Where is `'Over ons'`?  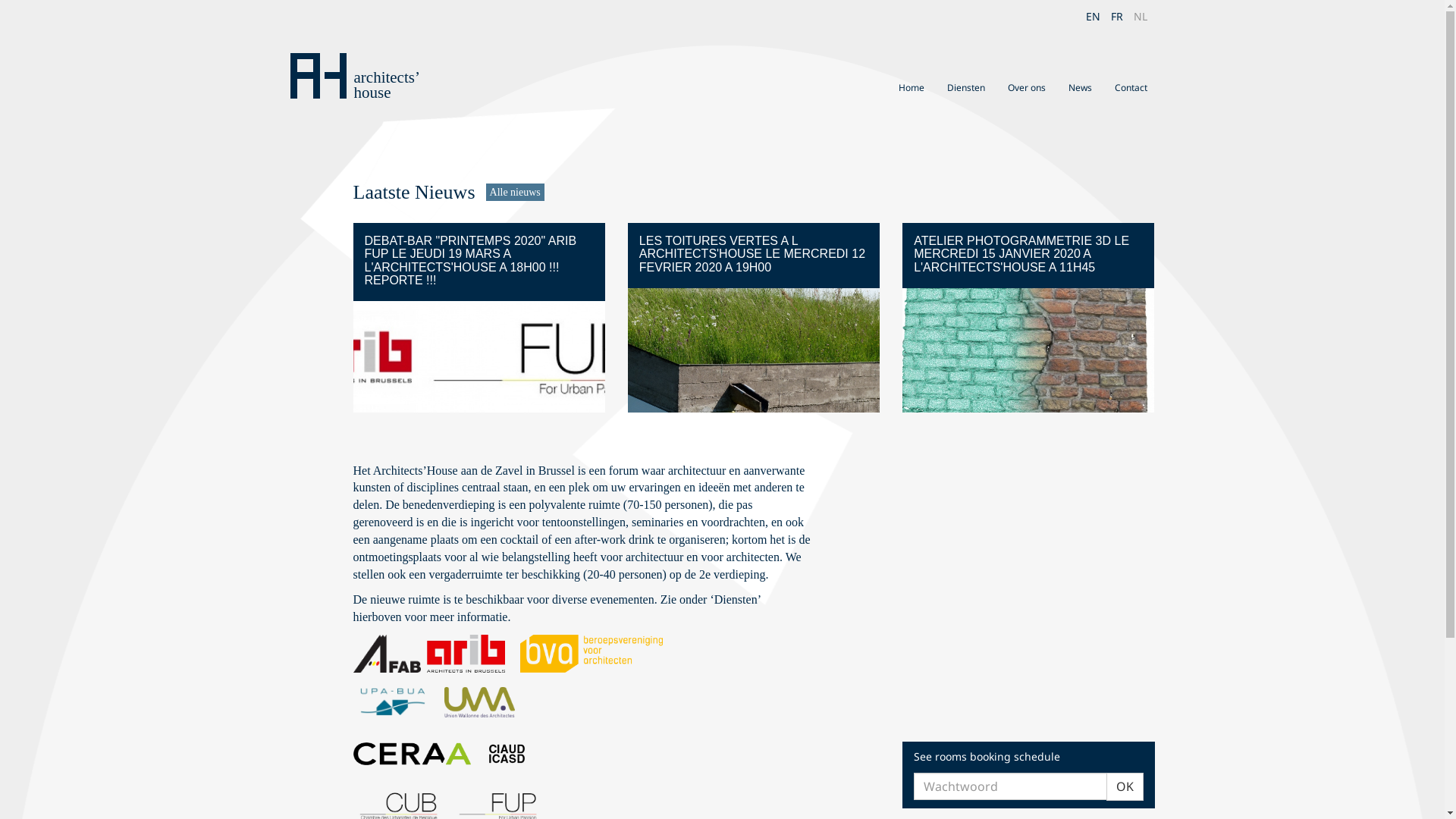 'Over ons' is located at coordinates (1026, 87).